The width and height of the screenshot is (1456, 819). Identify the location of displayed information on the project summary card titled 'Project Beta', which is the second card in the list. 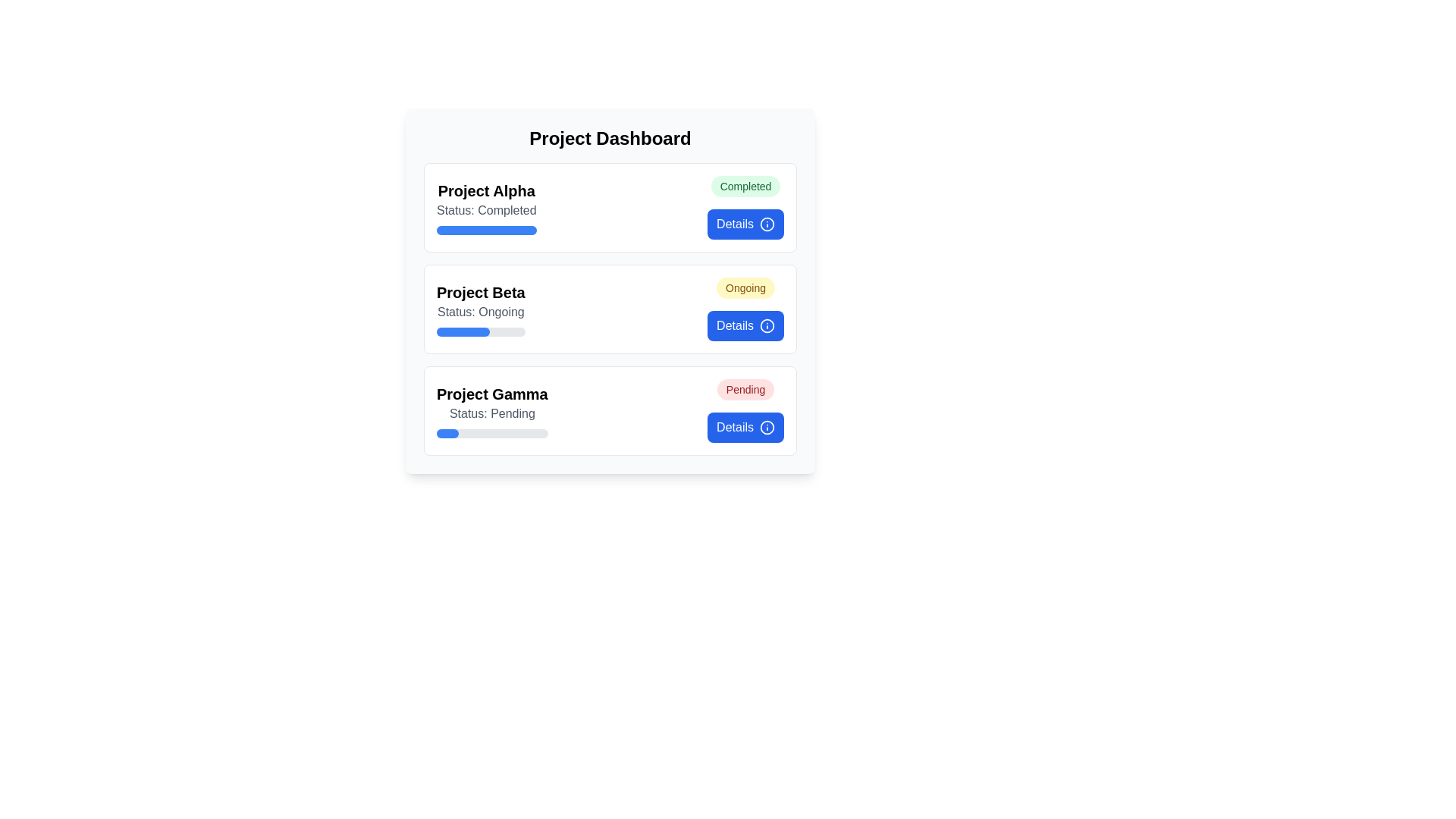
(610, 309).